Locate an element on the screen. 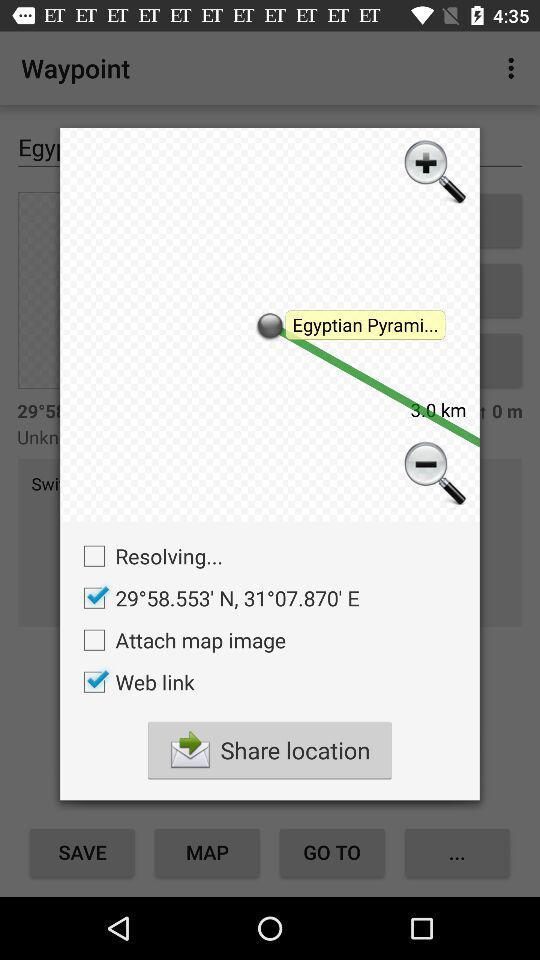 The image size is (540, 960). the item below the 29 58 553 icon is located at coordinates (179, 639).